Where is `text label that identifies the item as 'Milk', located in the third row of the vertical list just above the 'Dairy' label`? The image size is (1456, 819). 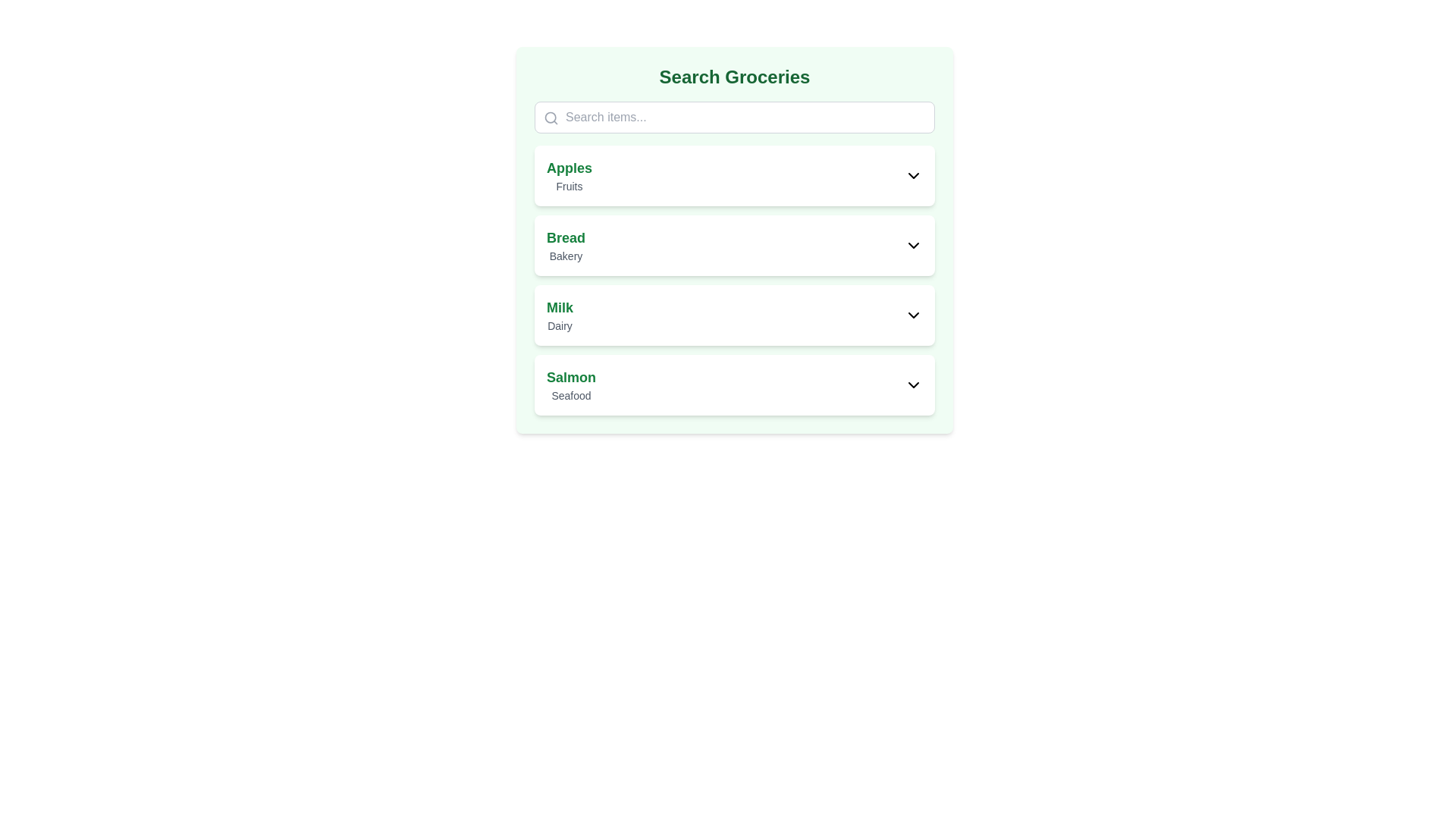
text label that identifies the item as 'Milk', located in the third row of the vertical list just above the 'Dairy' label is located at coordinates (559, 307).